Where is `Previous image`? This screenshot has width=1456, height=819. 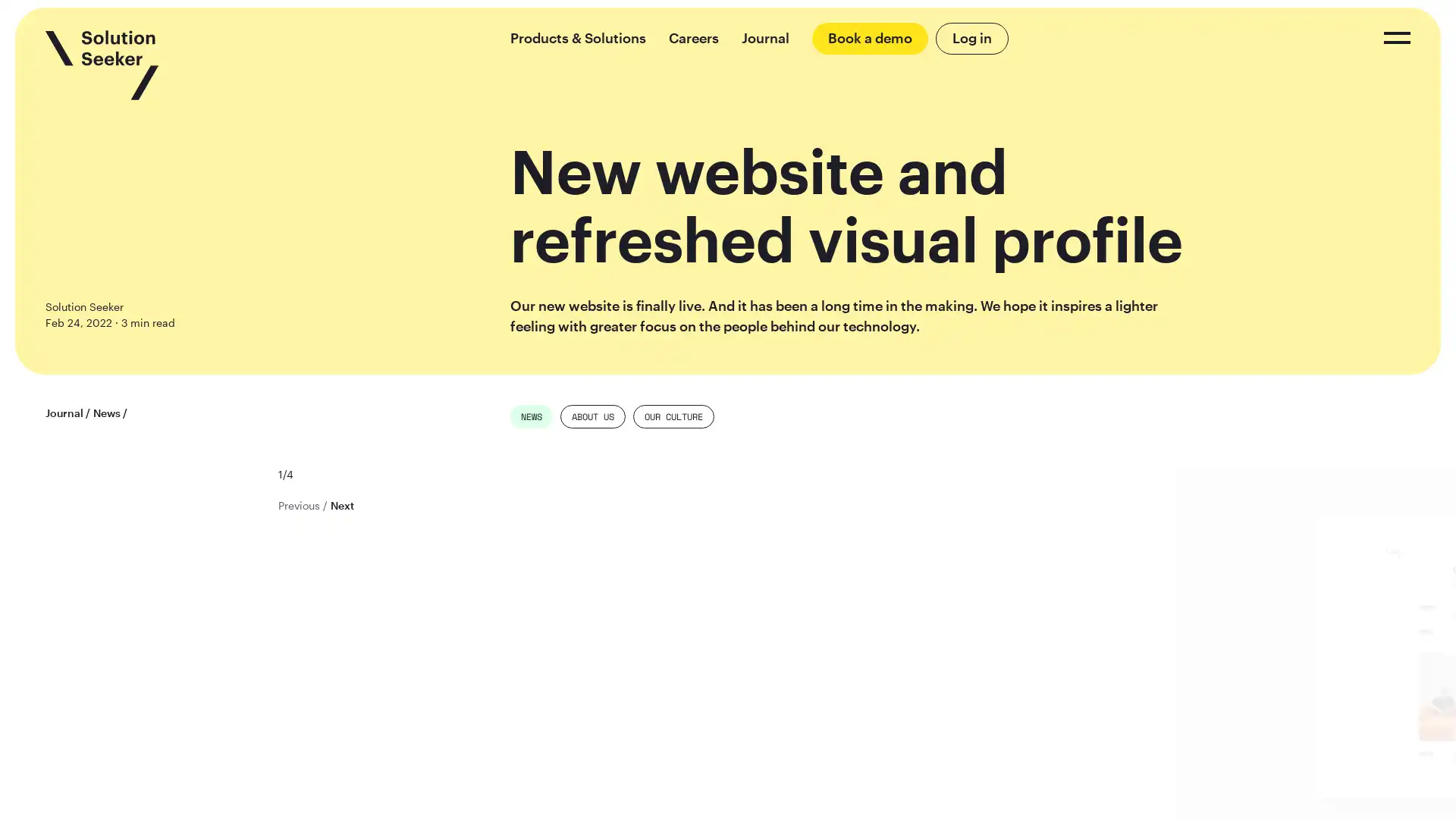 Previous image is located at coordinates (298, 505).